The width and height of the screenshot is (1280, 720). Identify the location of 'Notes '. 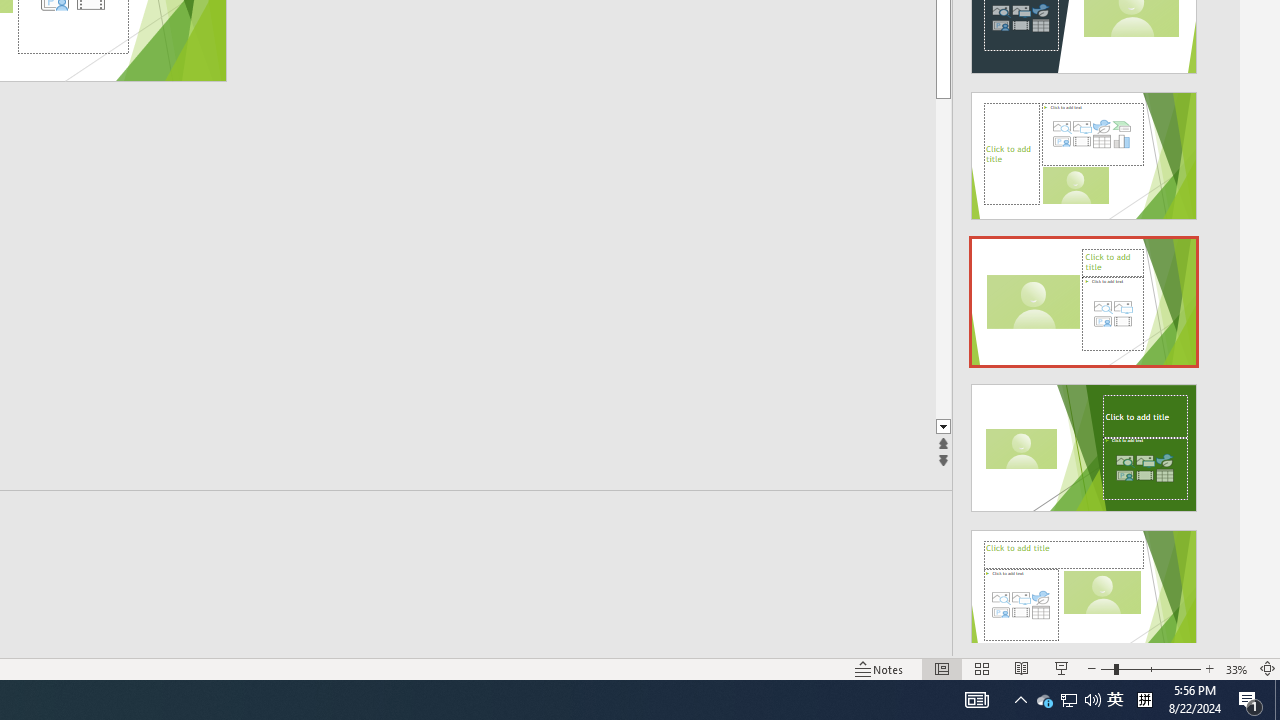
(879, 669).